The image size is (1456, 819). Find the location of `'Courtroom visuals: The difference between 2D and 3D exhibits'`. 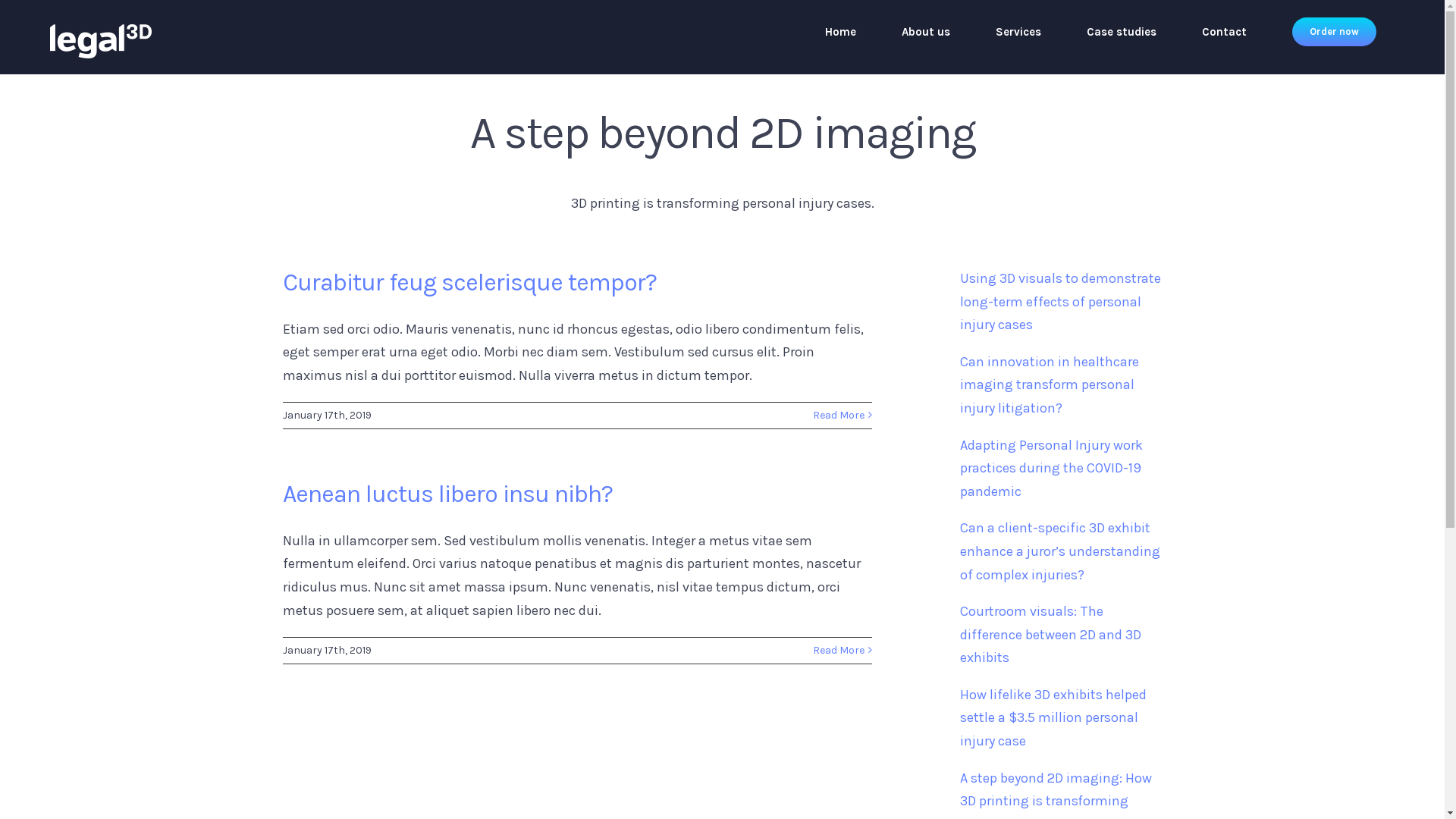

'Courtroom visuals: The difference between 2D and 3D exhibits' is located at coordinates (1050, 634).